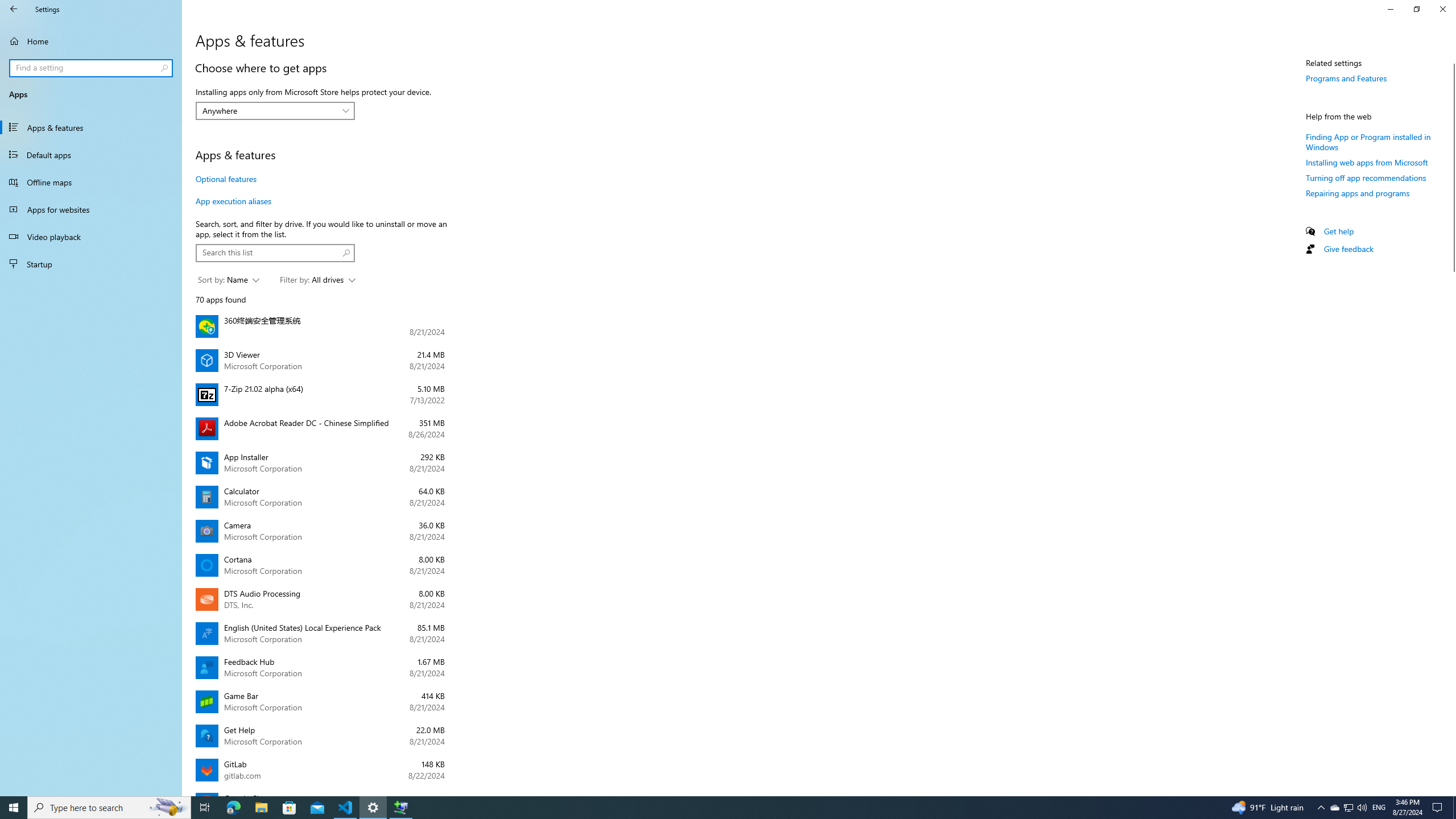 The width and height of the screenshot is (1456, 819). I want to click on 'Visual Studio Code - 1 running window', so click(345, 806).